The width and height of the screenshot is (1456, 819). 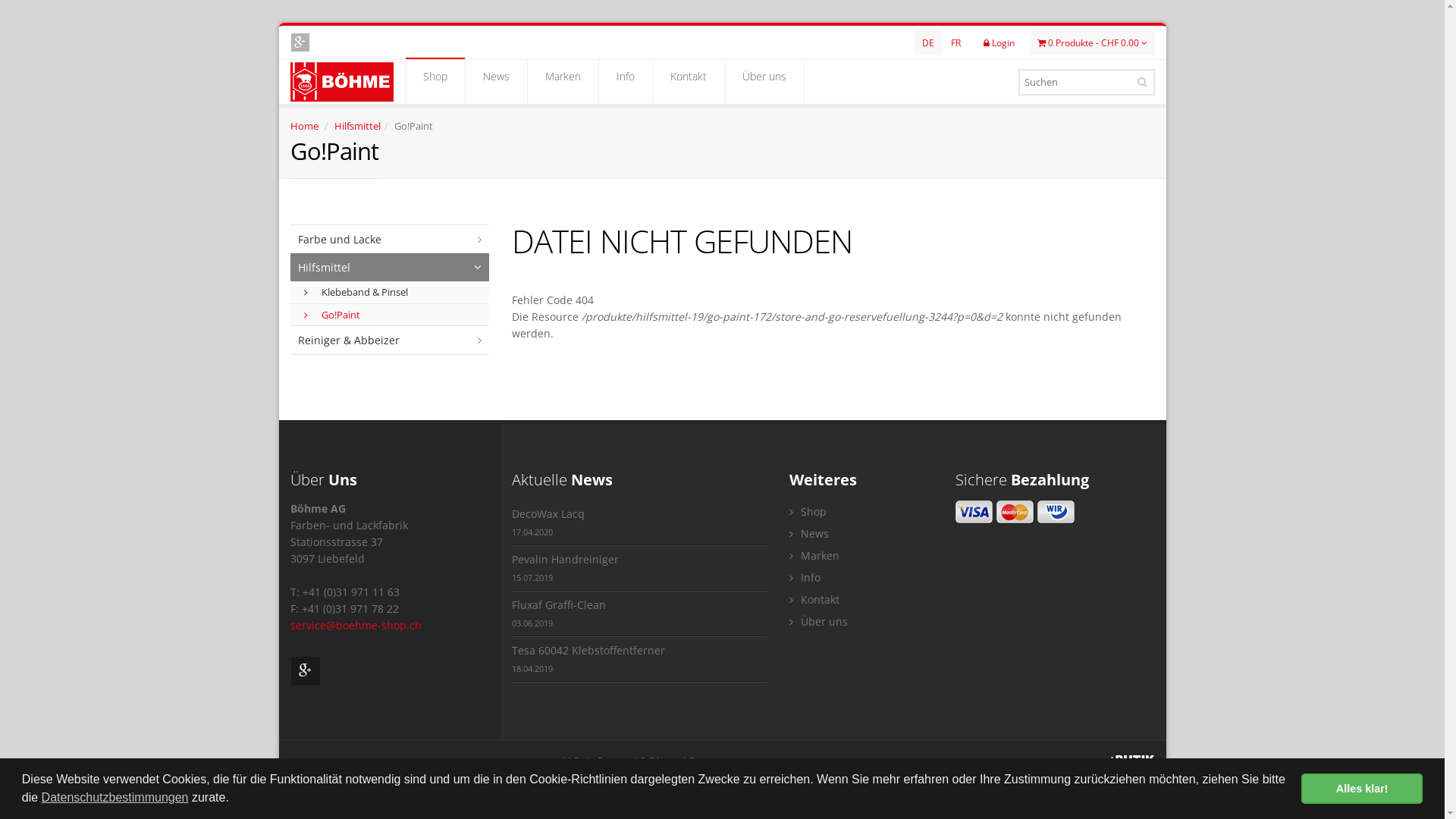 What do you see at coordinates (639, 568) in the screenshot?
I see `'Pevalin Handreiniger` at bounding box center [639, 568].